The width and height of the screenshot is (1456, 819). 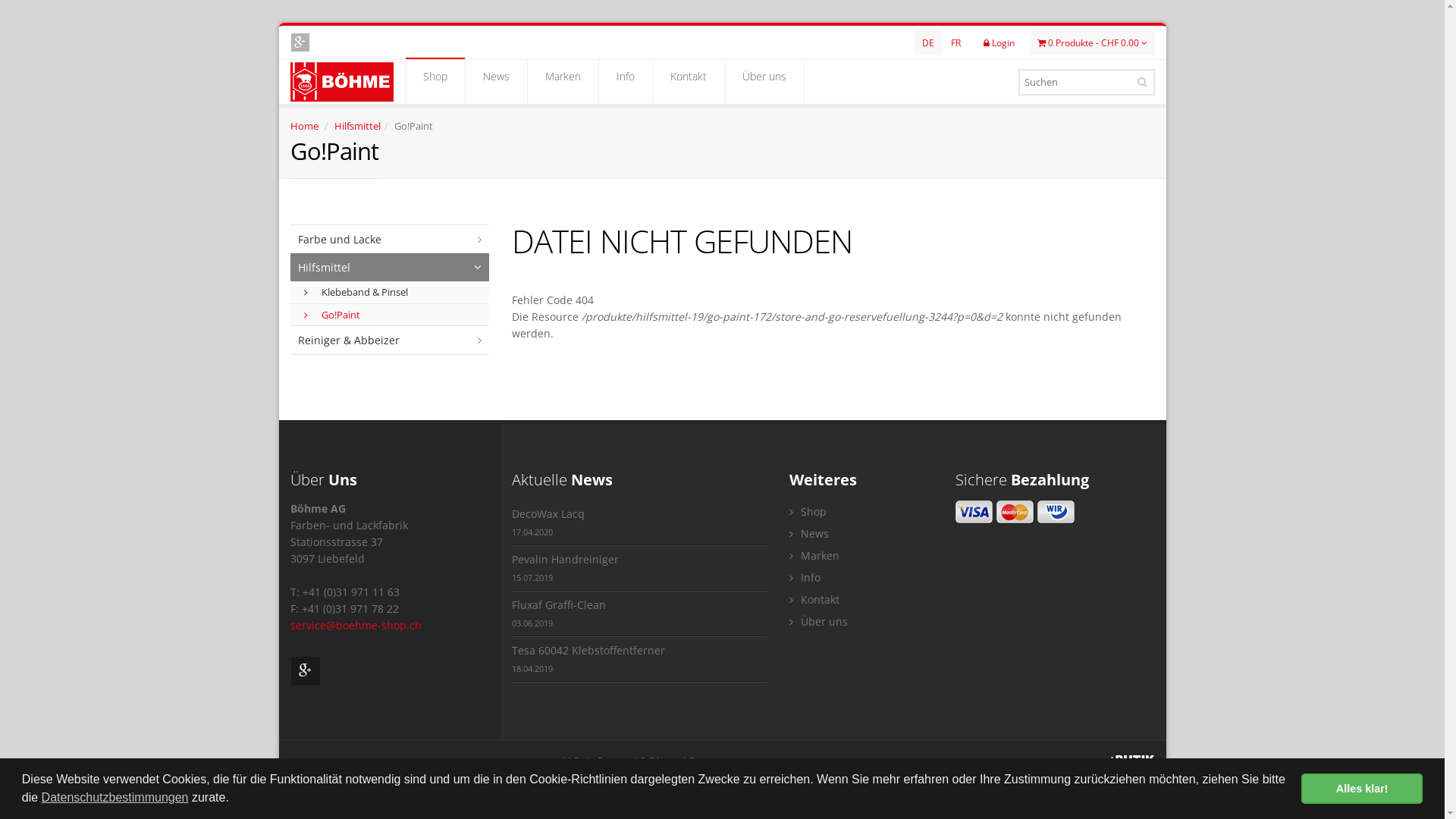 What do you see at coordinates (639, 568) in the screenshot?
I see `'Pevalin Handreiniger` at bounding box center [639, 568].